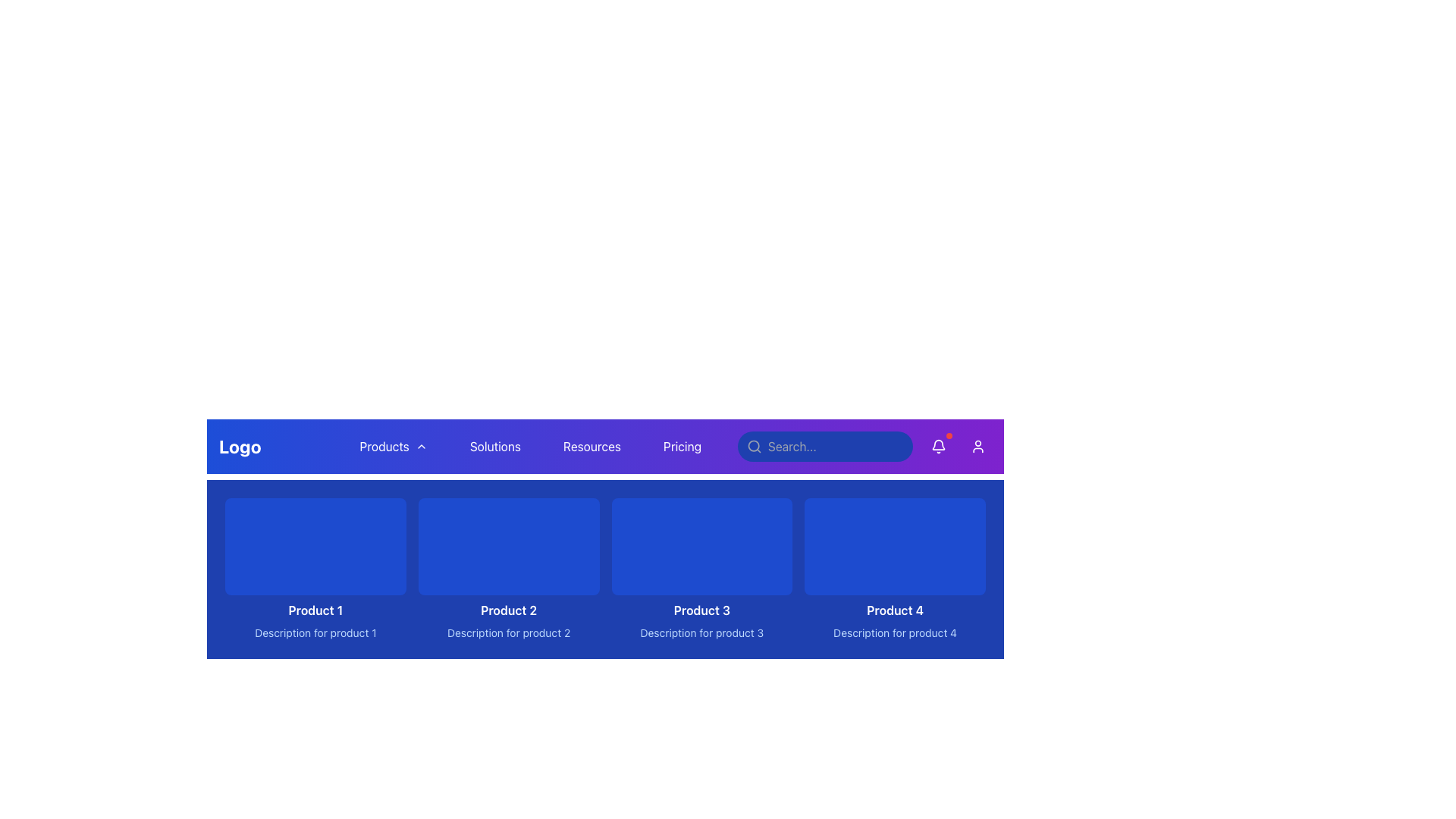  Describe the element at coordinates (754, 445) in the screenshot. I see `the search icon component, which visually represents the search functionality located in the top navigation bar before the text input field` at that location.